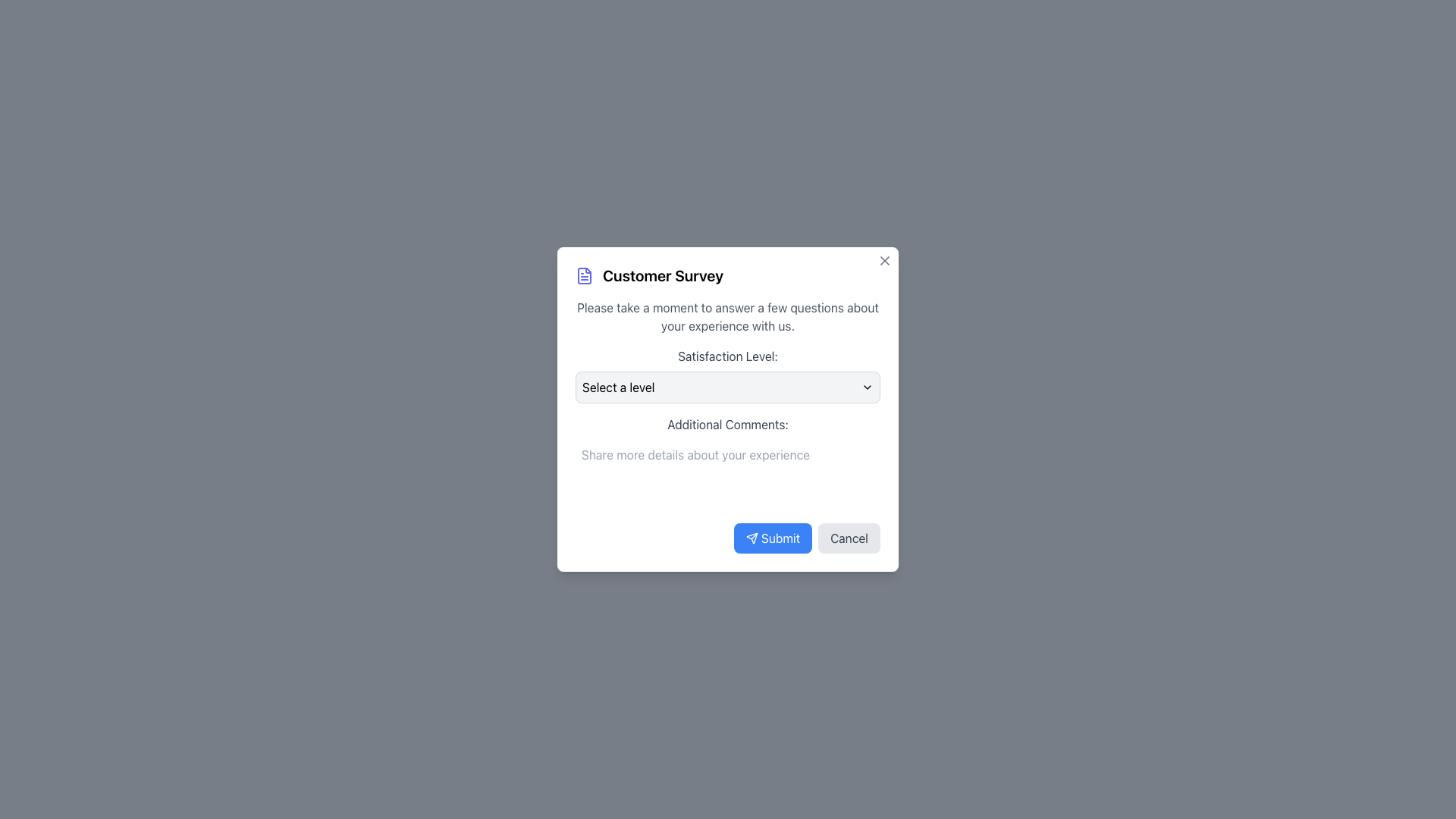 The width and height of the screenshot is (1456, 819). Describe the element at coordinates (867, 386) in the screenshot. I see `the downward chevron icon located to the right of the 'Select a level' text box, which indicates the presence of a dropdown menu or expandable list` at that location.